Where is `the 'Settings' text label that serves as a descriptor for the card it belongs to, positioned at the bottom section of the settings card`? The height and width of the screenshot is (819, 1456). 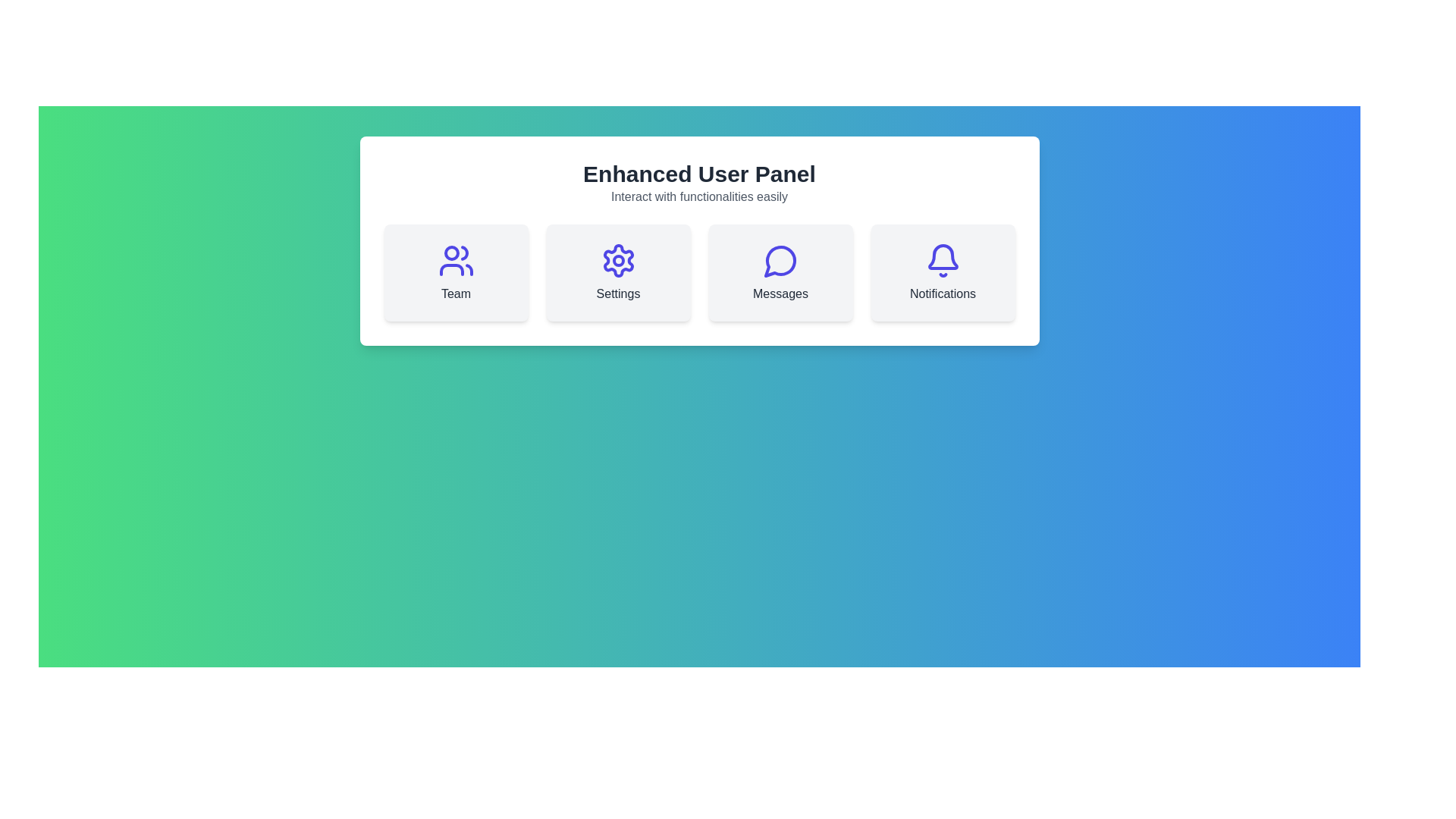 the 'Settings' text label that serves as a descriptor for the card it belongs to, positioned at the bottom section of the settings card is located at coordinates (618, 294).